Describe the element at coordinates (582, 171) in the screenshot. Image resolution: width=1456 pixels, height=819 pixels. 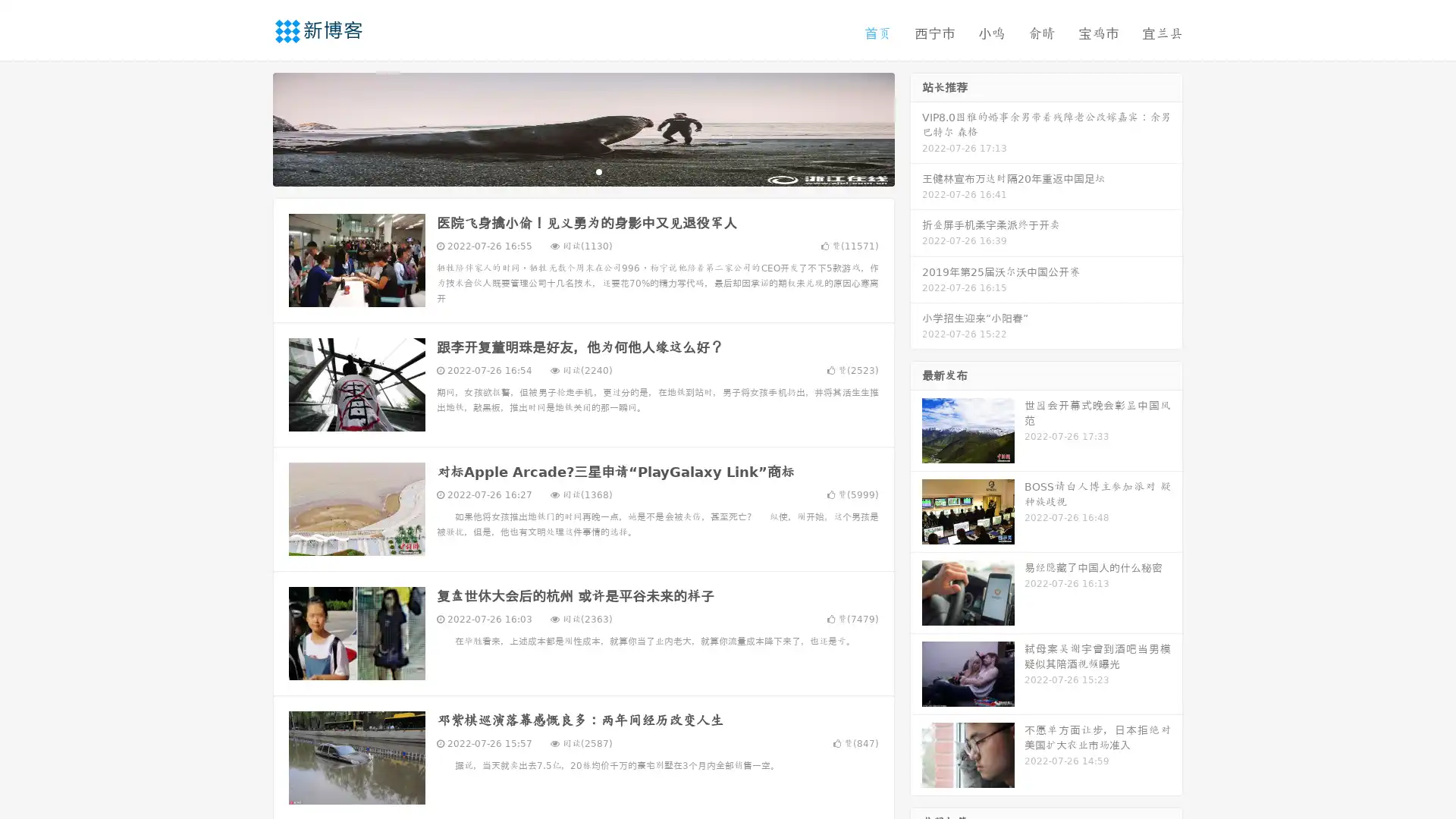
I see `Go to slide 2` at that location.